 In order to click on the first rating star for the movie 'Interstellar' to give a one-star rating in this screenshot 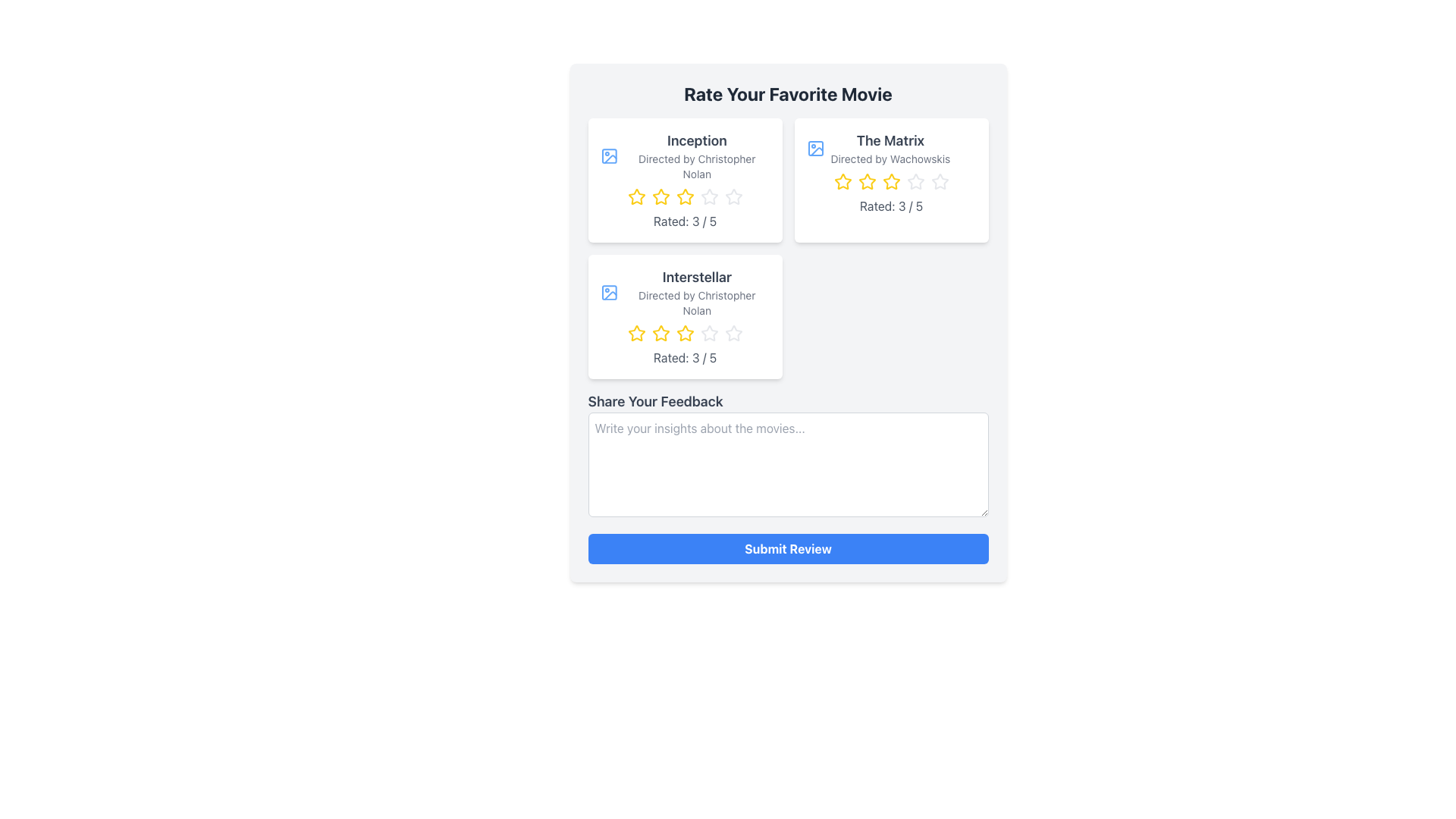, I will do `click(636, 332)`.